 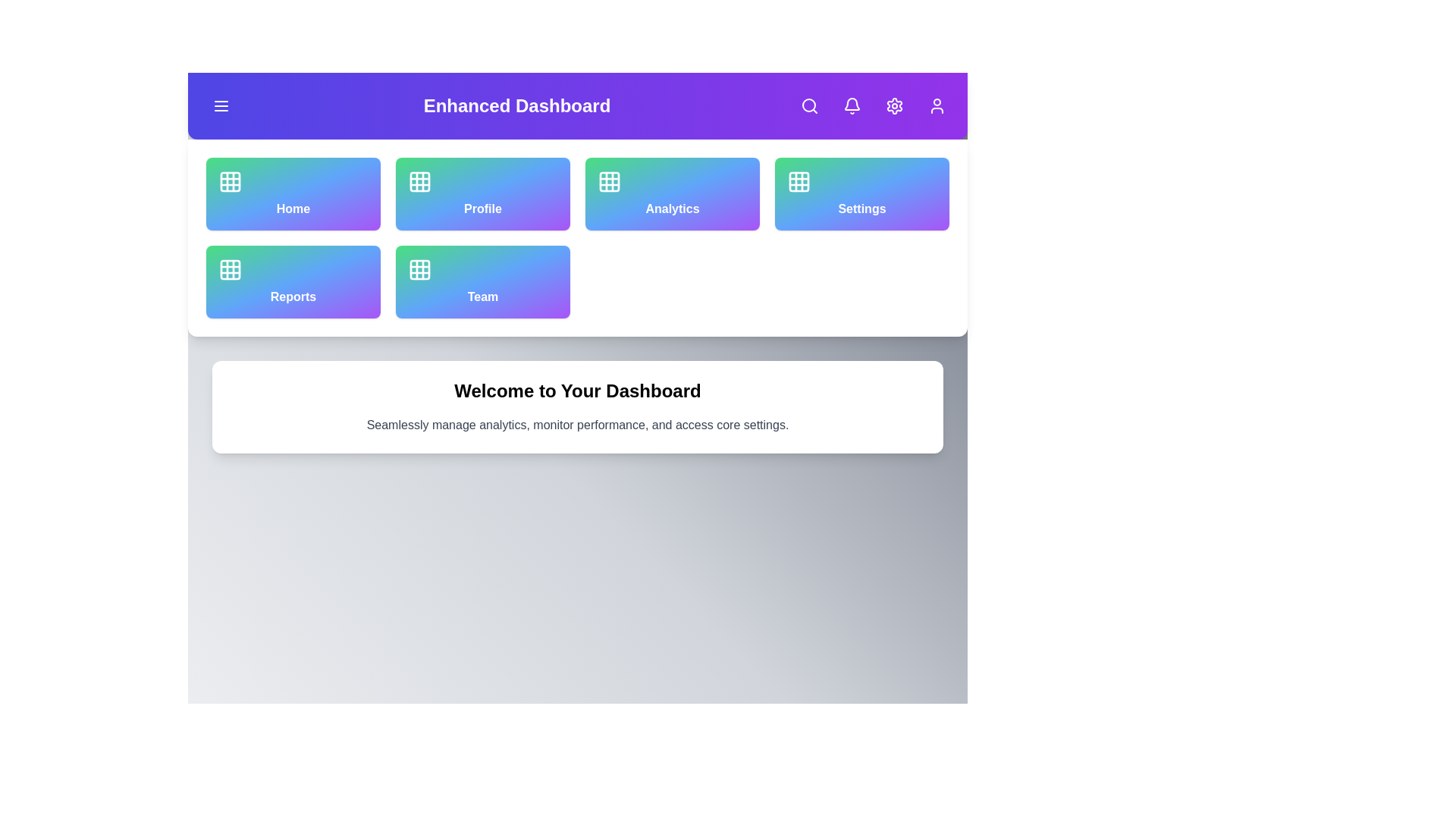 What do you see at coordinates (293, 193) in the screenshot?
I see `the navigation option Home by clicking its corresponding button` at bounding box center [293, 193].